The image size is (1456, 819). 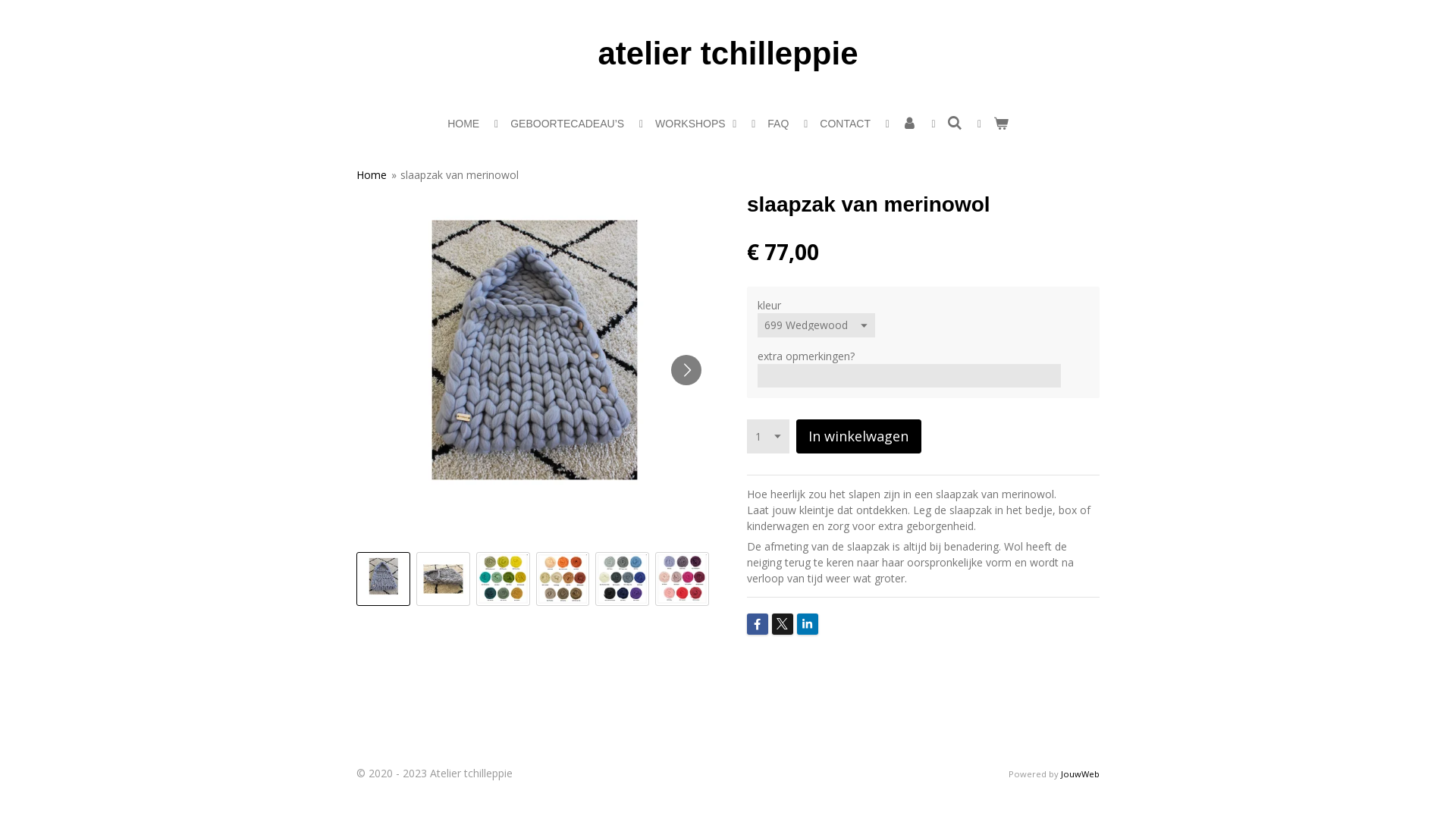 I want to click on 'atelier tchilleppie', so click(x=726, y=52).